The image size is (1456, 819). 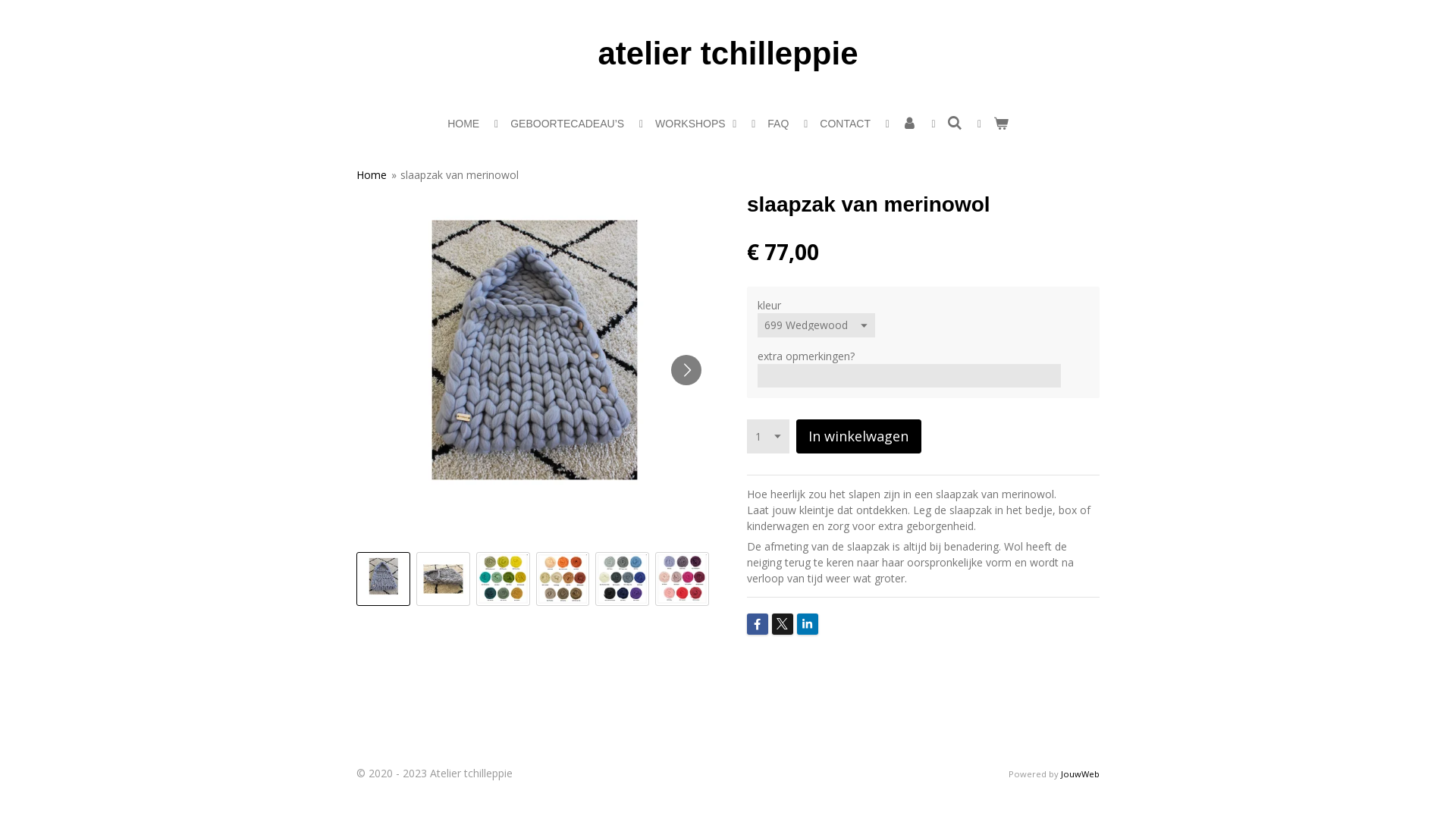 I want to click on 'atelier tchilleppie', so click(x=726, y=52).